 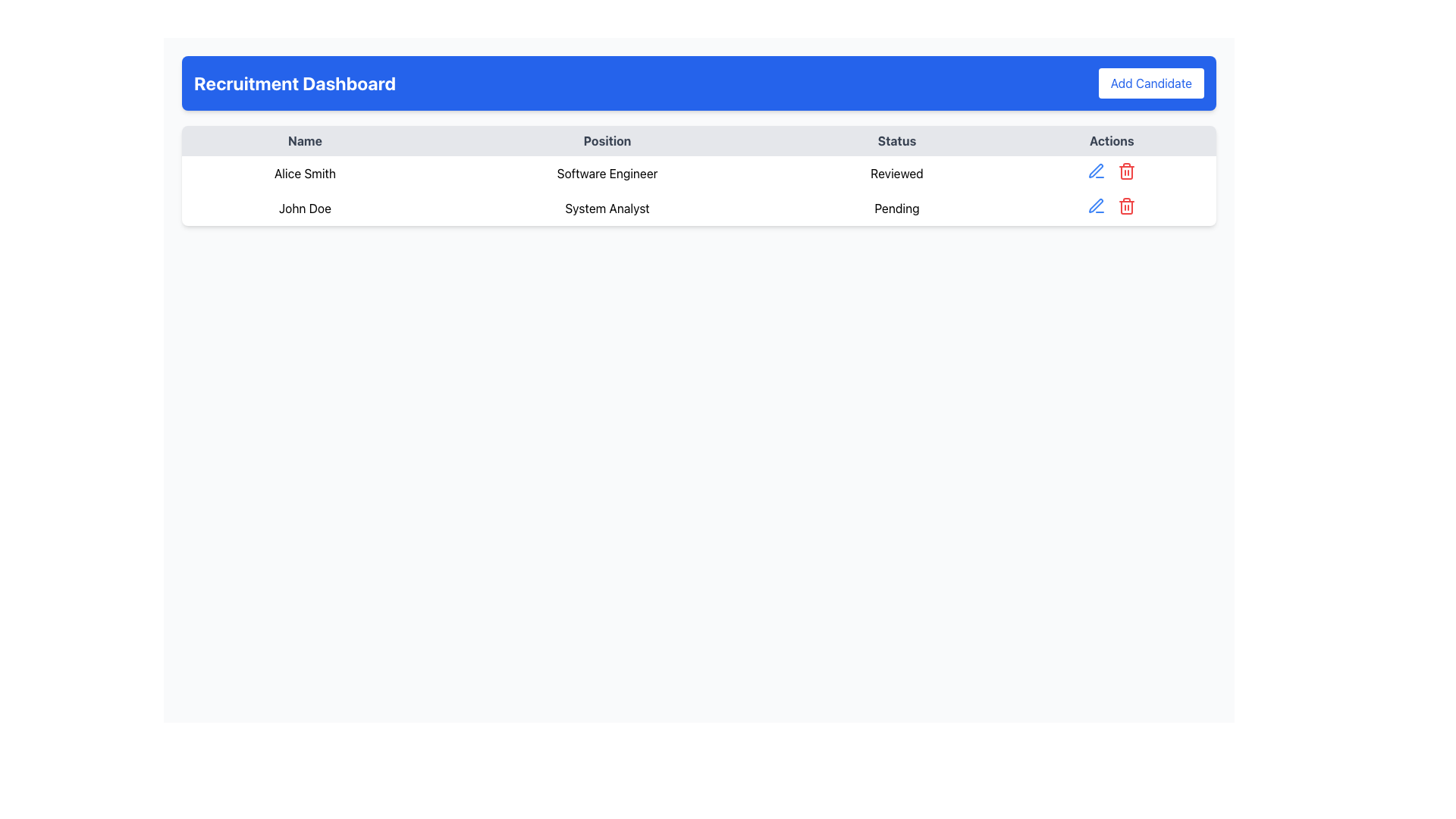 I want to click on the delete button icon located to the right of the blue pen icon in the second row of the table, which corresponds to the record of 'John Doe', a System Analyst, so click(x=1127, y=206).